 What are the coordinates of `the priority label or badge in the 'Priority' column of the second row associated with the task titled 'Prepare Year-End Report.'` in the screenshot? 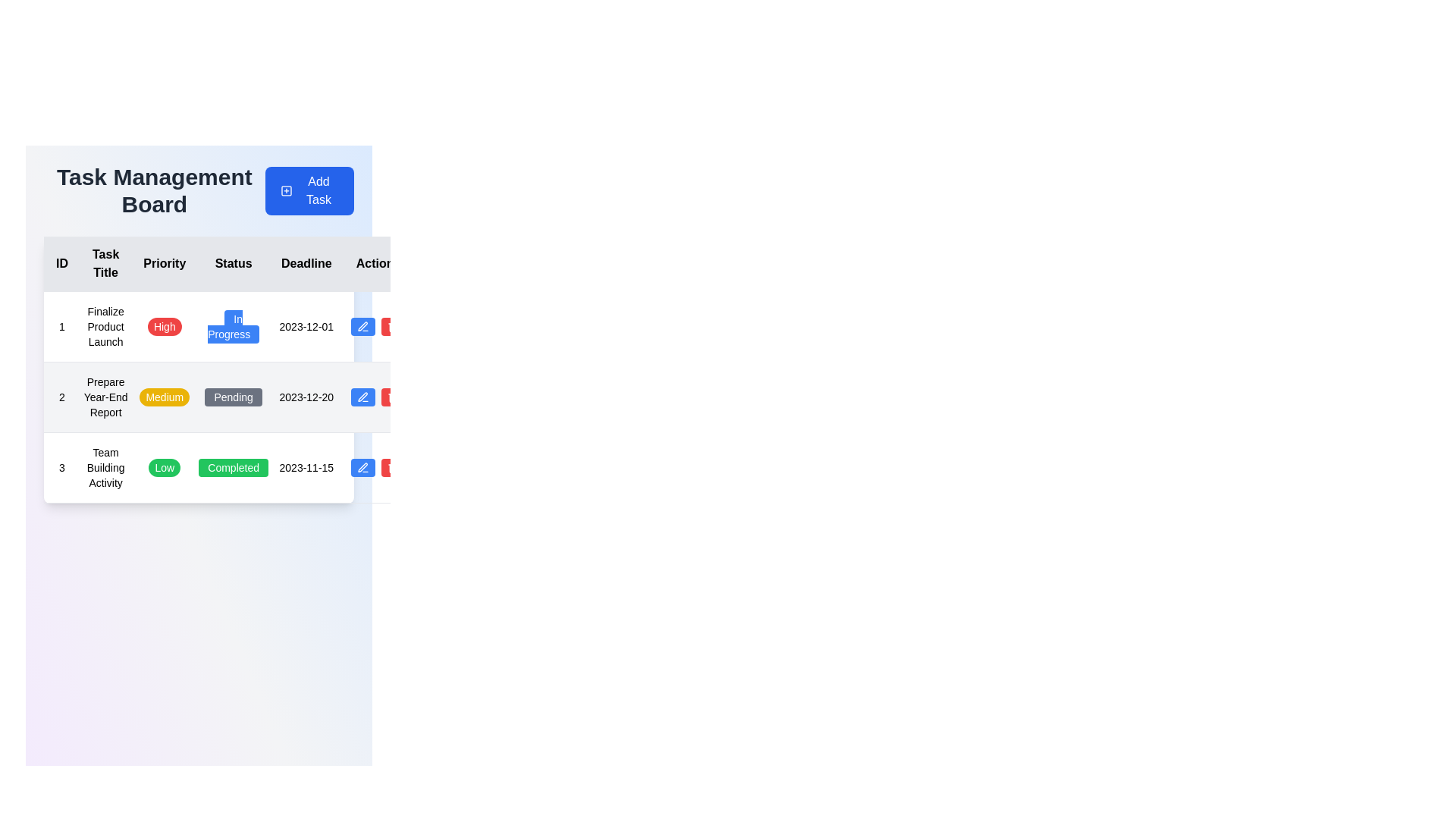 It's located at (165, 397).